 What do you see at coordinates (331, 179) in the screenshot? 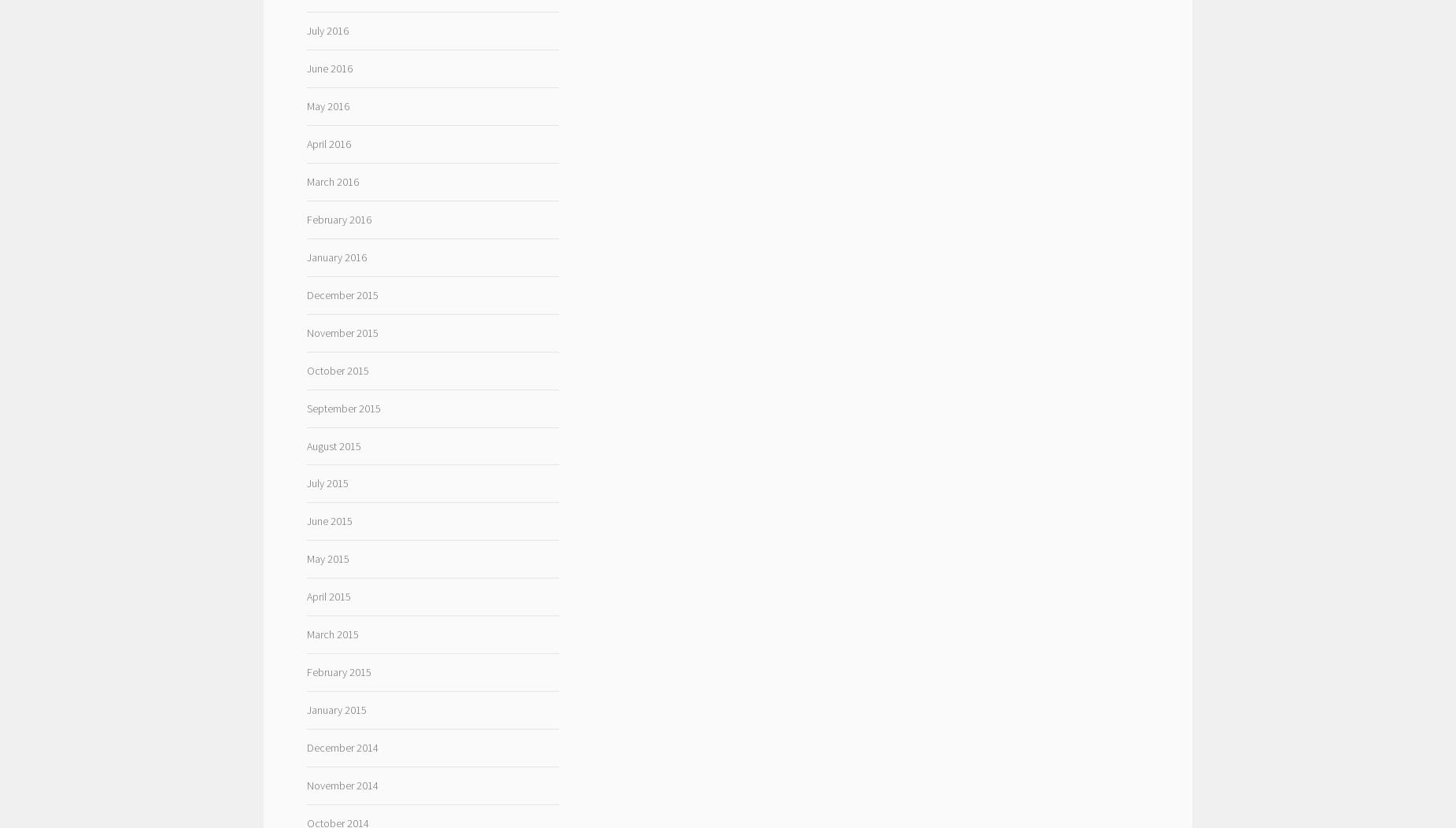
I see `'March 2016'` at bounding box center [331, 179].